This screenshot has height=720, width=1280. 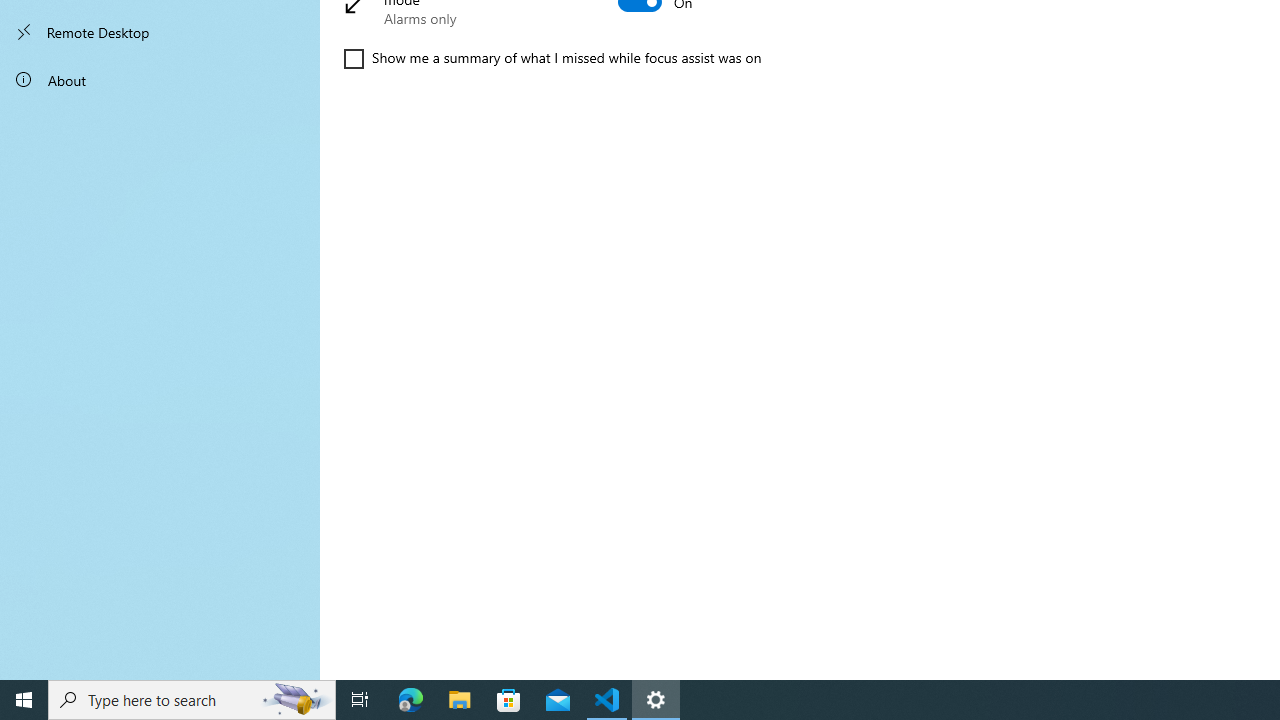 I want to click on 'Type here to search', so click(x=192, y=698).